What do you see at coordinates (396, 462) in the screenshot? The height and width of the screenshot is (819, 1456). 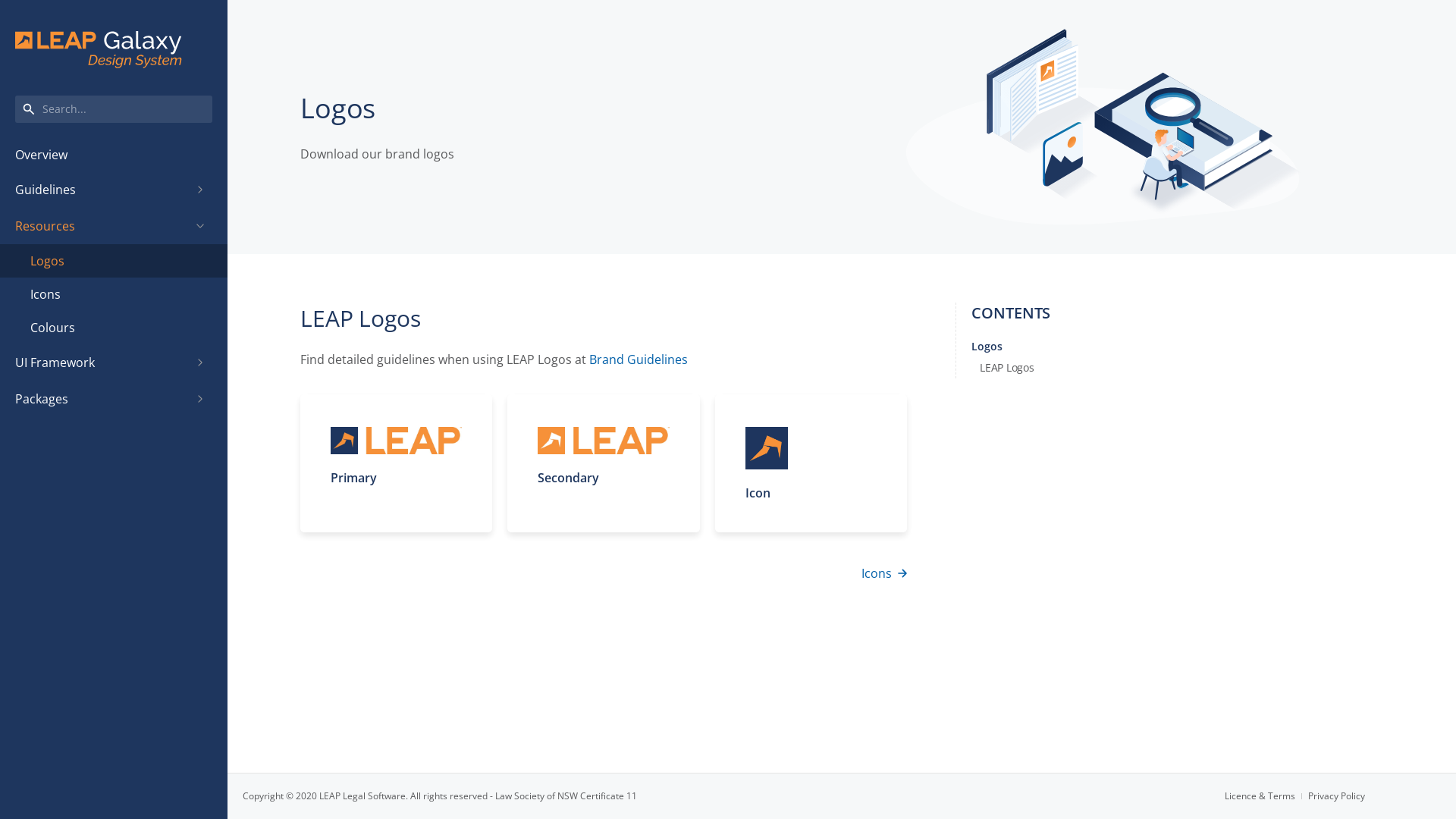 I see `'Primary'` at bounding box center [396, 462].